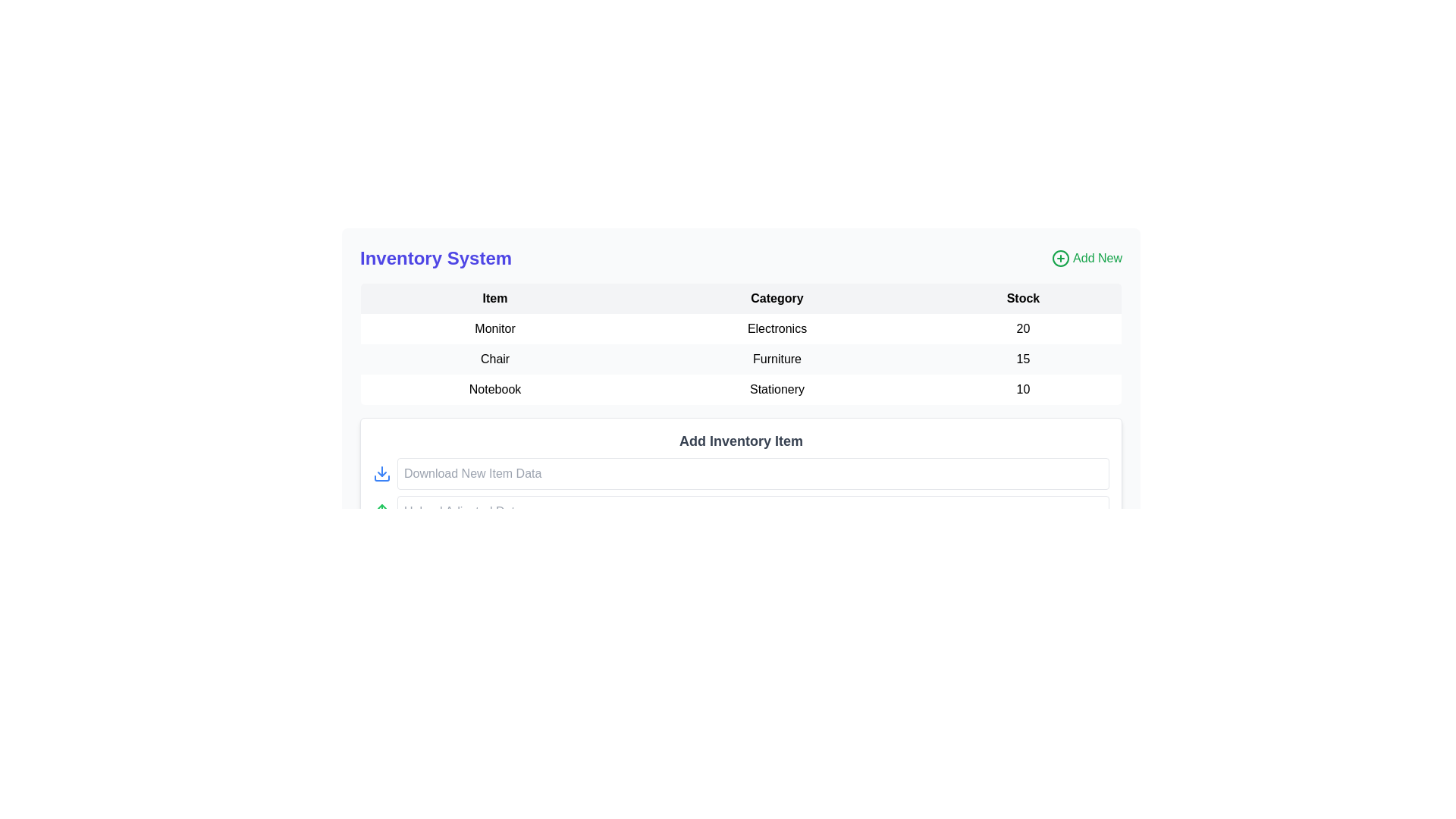 The image size is (1456, 819). I want to click on the stock quantity cell for the item 'Chair' in the inventory table, located in the third column of the second row, if it has an interactive feature, so click(1023, 359).